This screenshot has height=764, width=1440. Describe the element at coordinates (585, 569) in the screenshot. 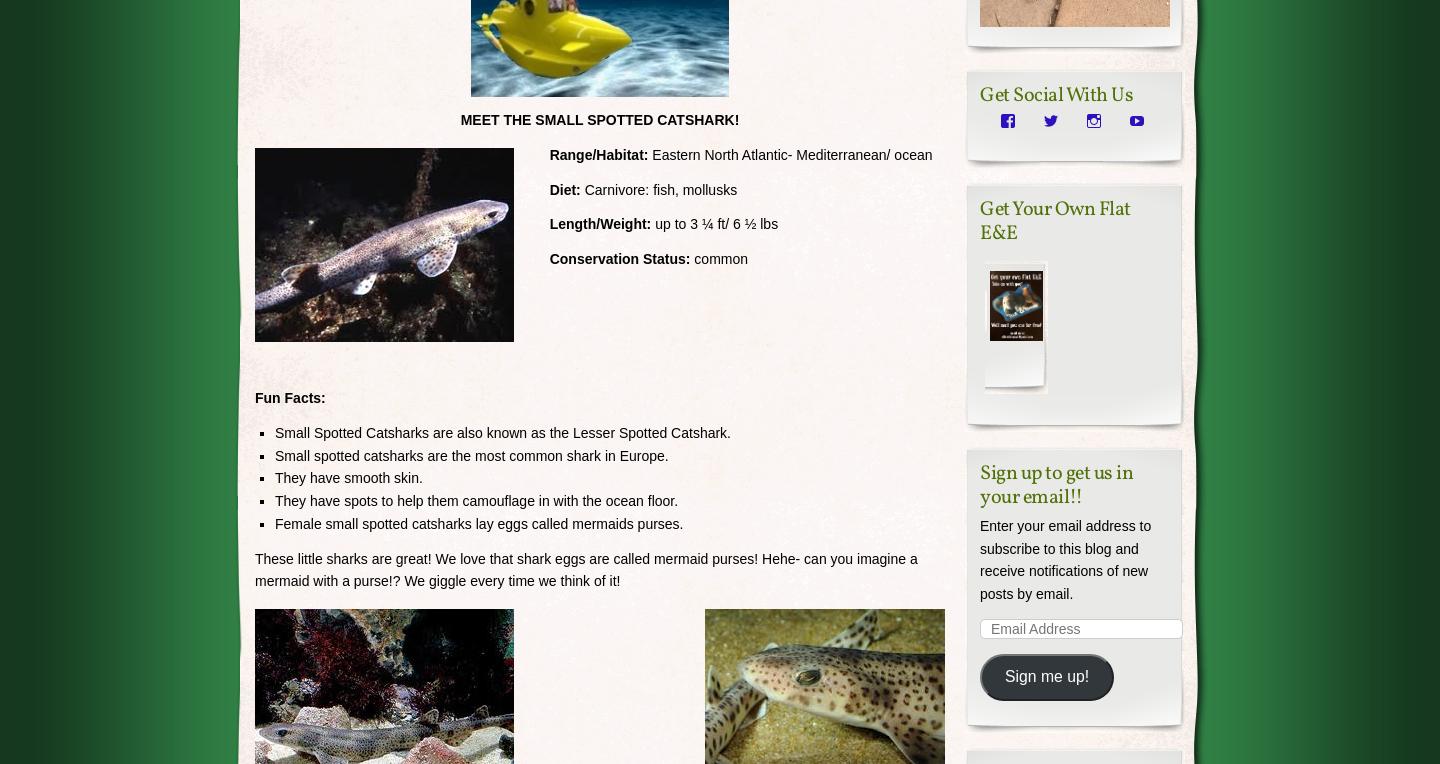

I see `'These little sharks are great! We love that shark eggs are called mermaid purses! Hehe- can you imagine a mermaid with a purse!? We giggle every time we think of it!'` at that location.